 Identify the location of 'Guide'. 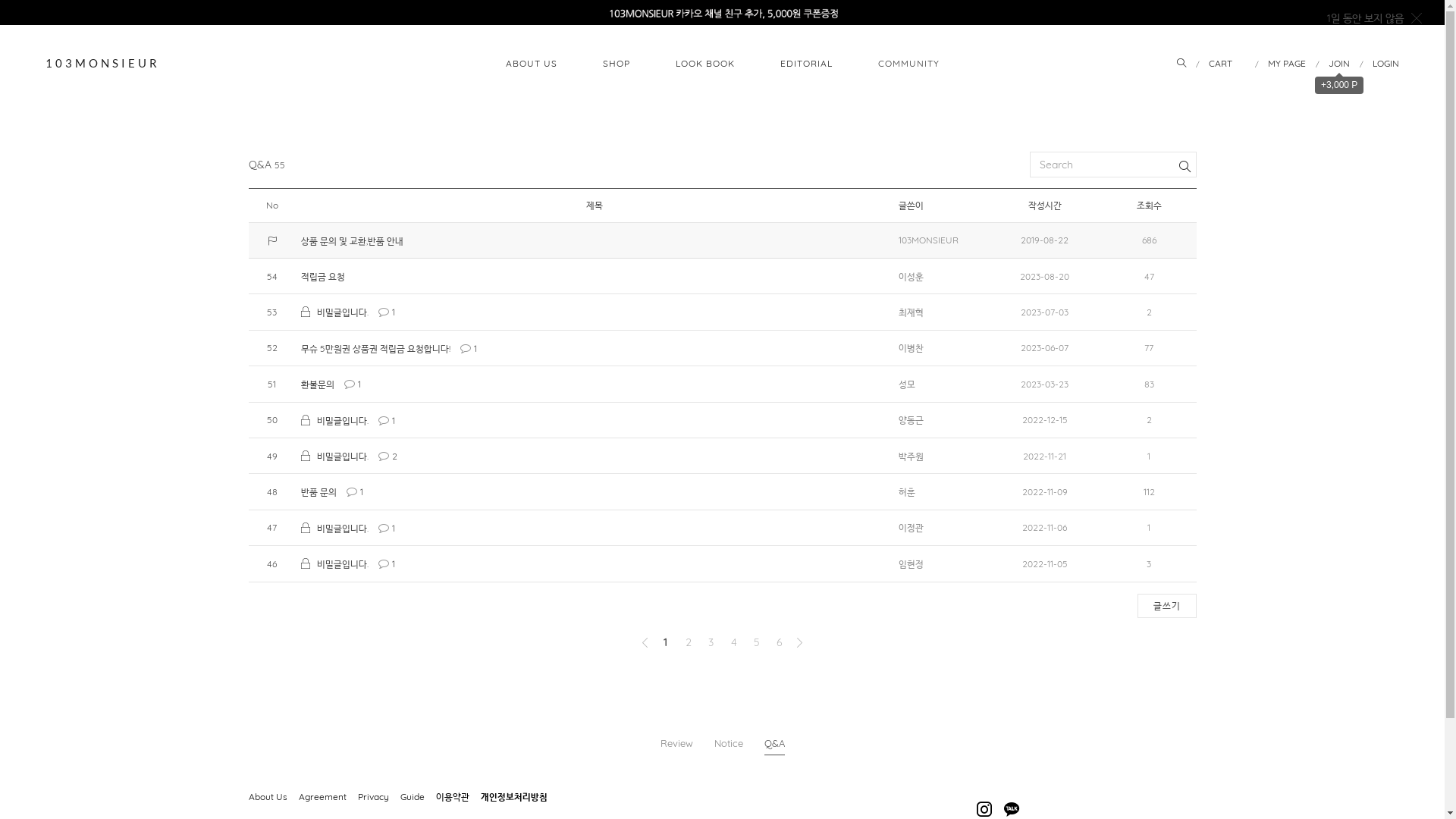
(418, 795).